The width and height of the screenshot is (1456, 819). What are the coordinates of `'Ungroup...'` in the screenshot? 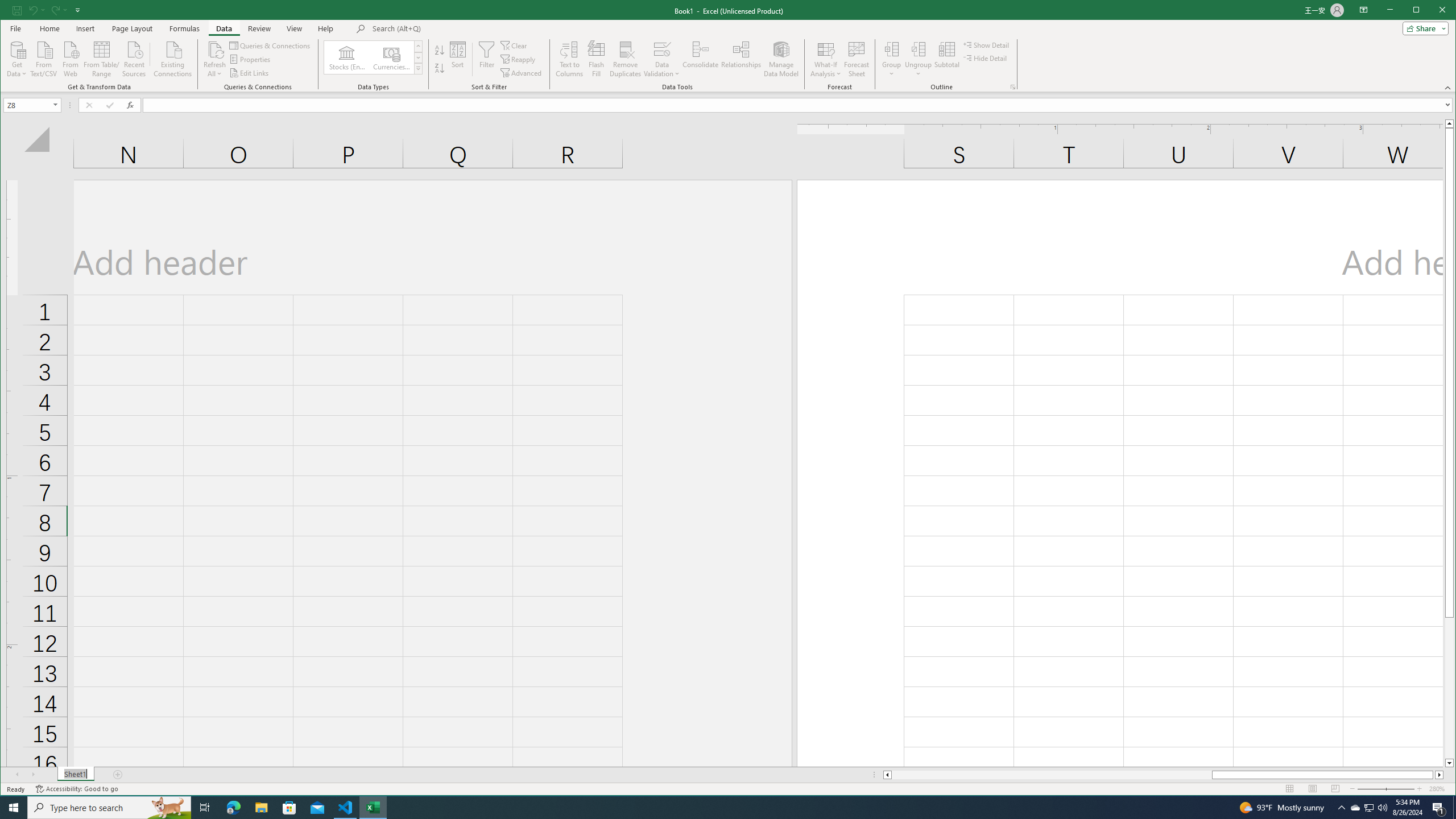 It's located at (918, 59).